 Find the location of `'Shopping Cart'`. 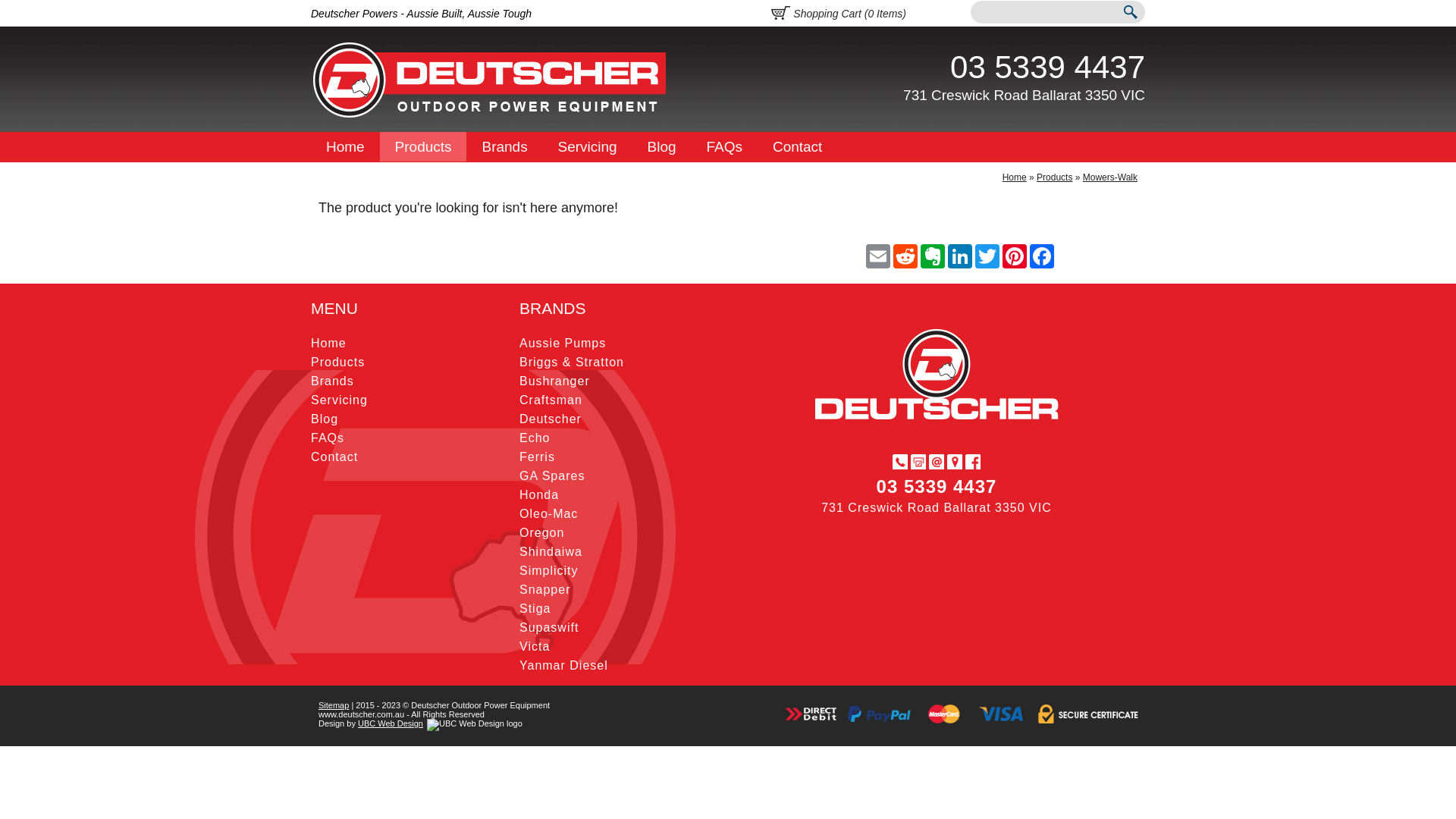

'Shopping Cart' is located at coordinates (781, 11).